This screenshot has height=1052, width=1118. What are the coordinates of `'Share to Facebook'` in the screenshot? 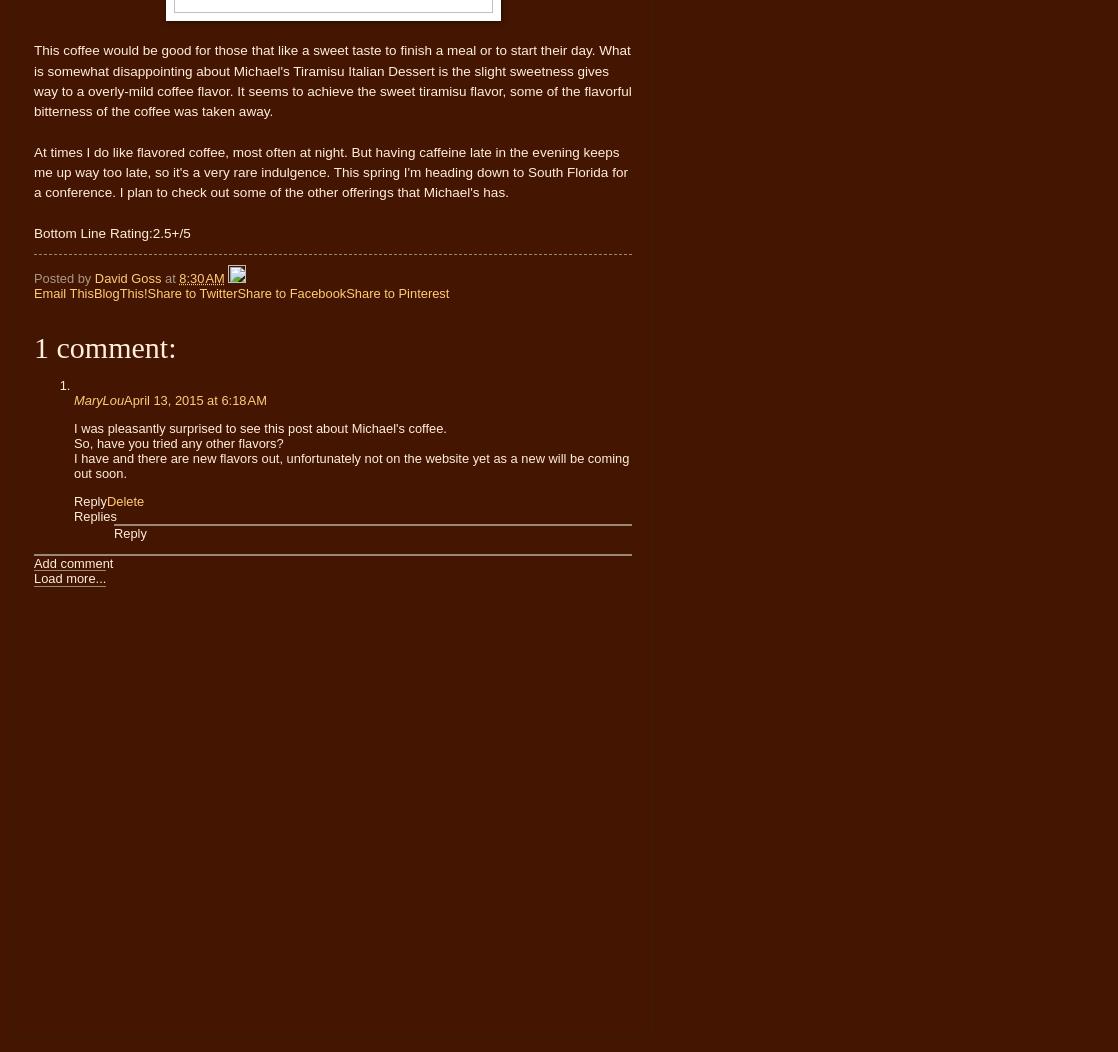 It's located at (290, 293).